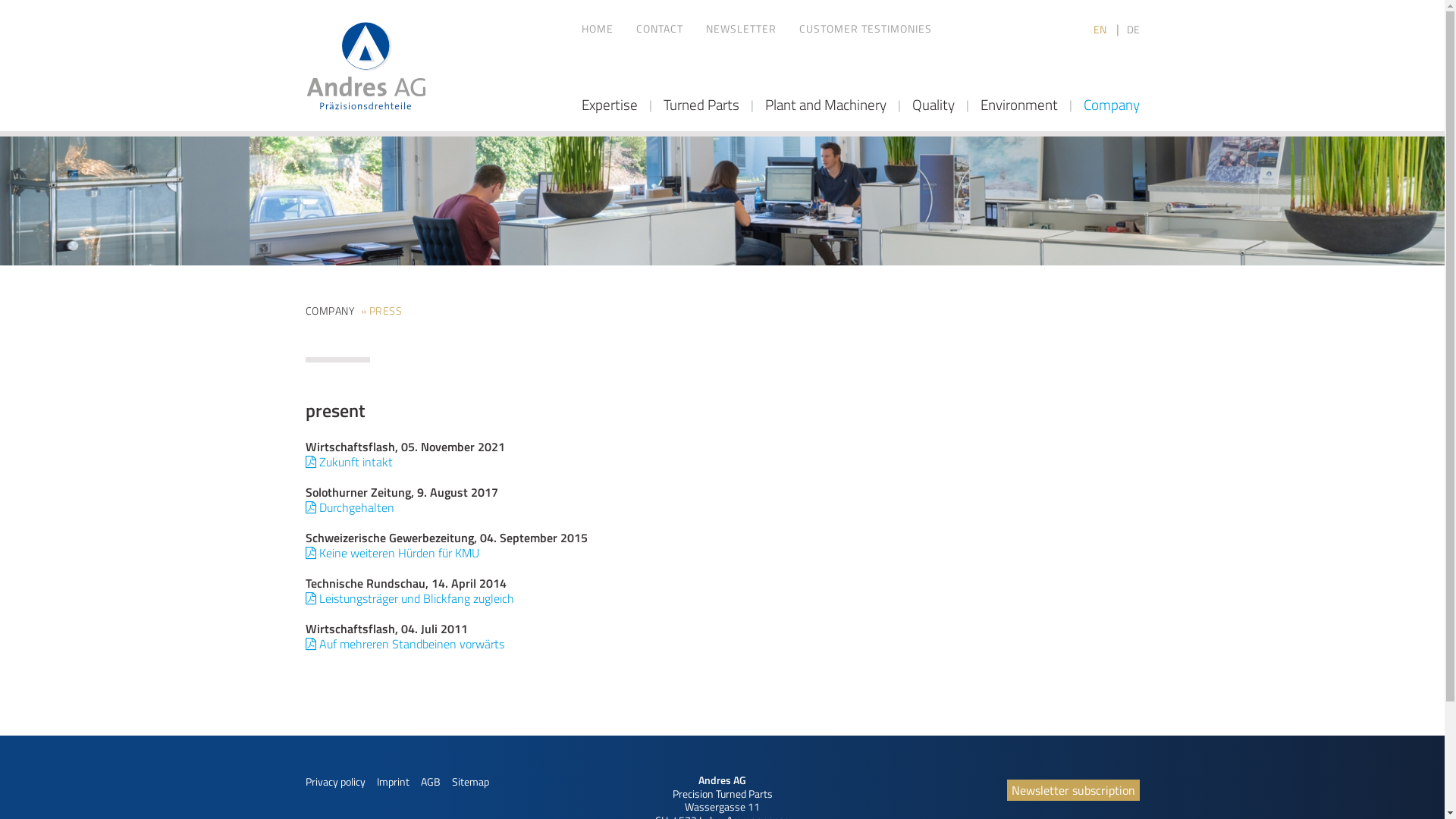 This screenshot has height=819, width=1456. Describe the element at coordinates (304, 507) in the screenshot. I see `'Durchgehalten'` at that location.